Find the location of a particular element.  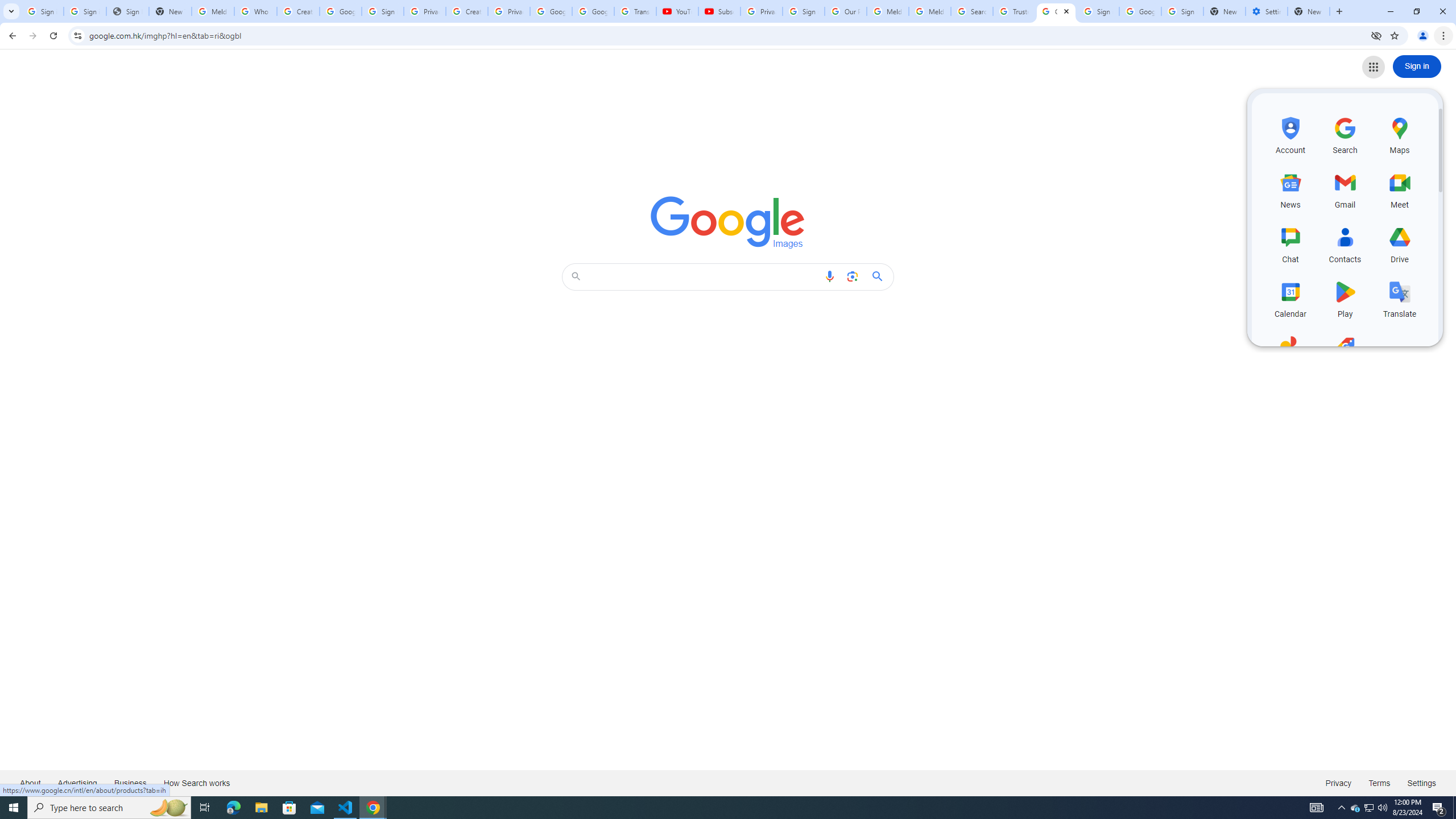

'Search by voice' is located at coordinates (830, 276).